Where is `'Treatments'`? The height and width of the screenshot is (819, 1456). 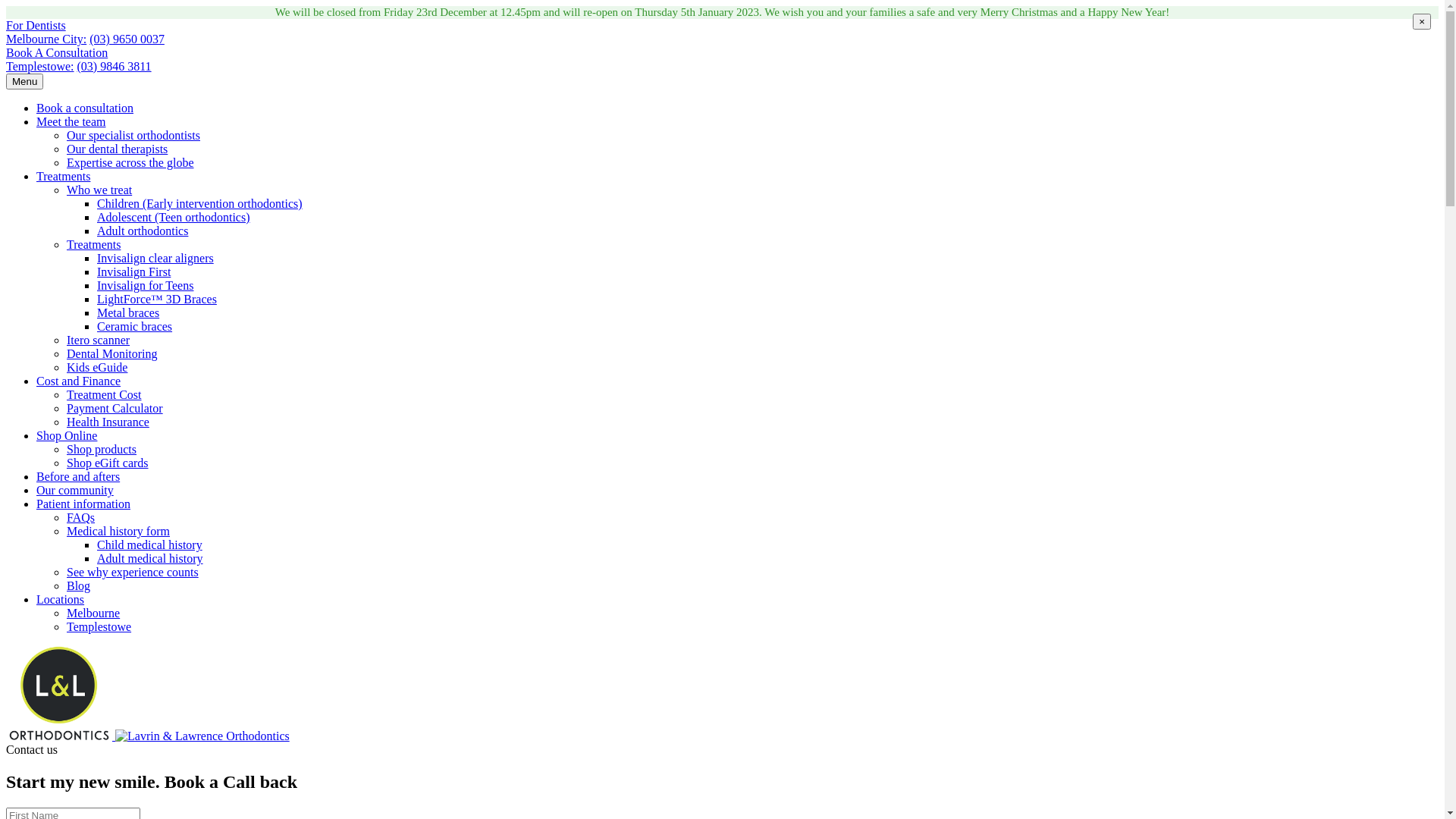
'Treatments' is located at coordinates (65, 243).